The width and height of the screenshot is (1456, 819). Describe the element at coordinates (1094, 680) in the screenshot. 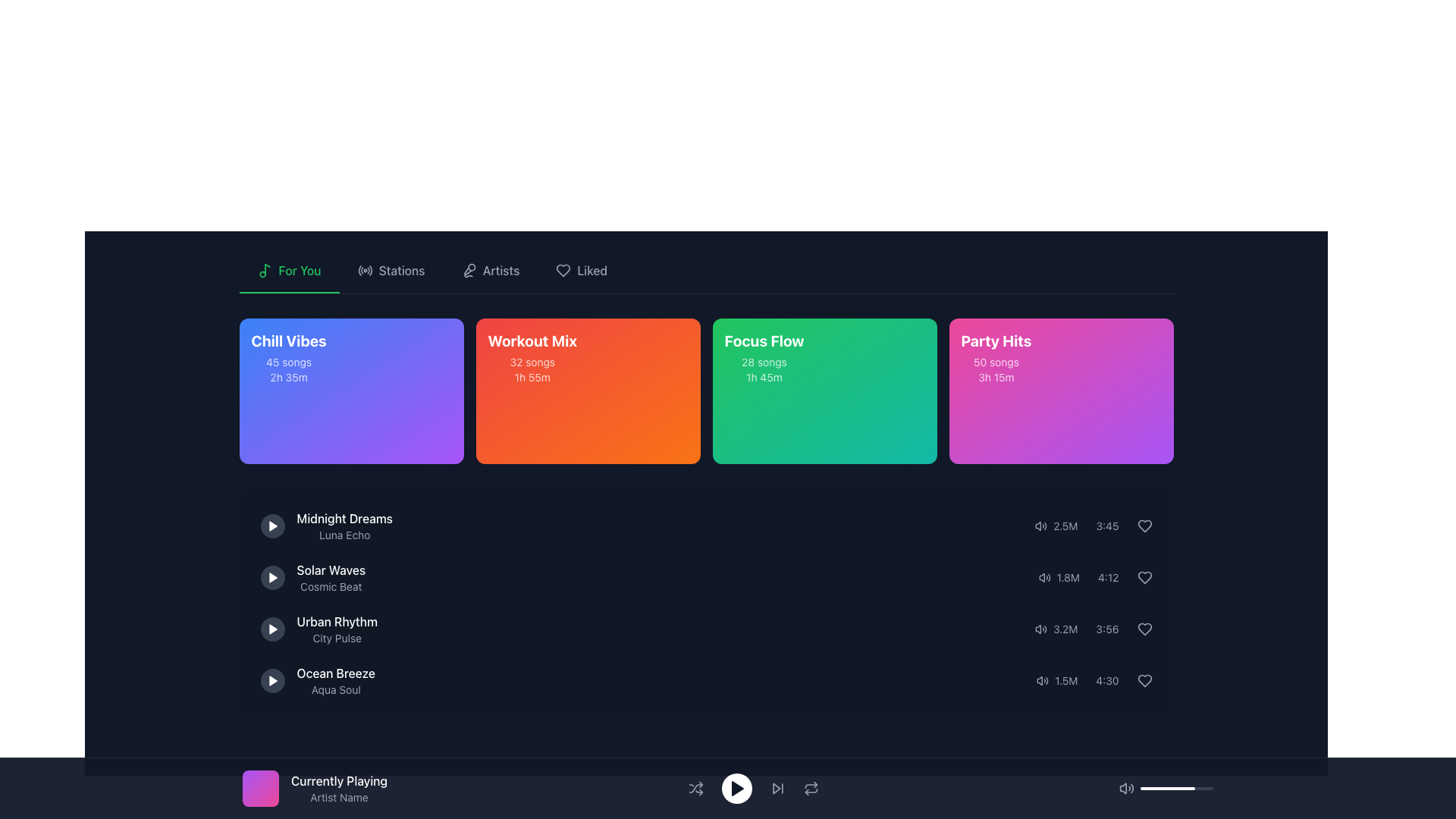

I see `the speaker icon in the composite UI component that includes the texts '1.5M' and '4:30', located in the fourth row of the playlist panel, to adjust volume settings` at that location.